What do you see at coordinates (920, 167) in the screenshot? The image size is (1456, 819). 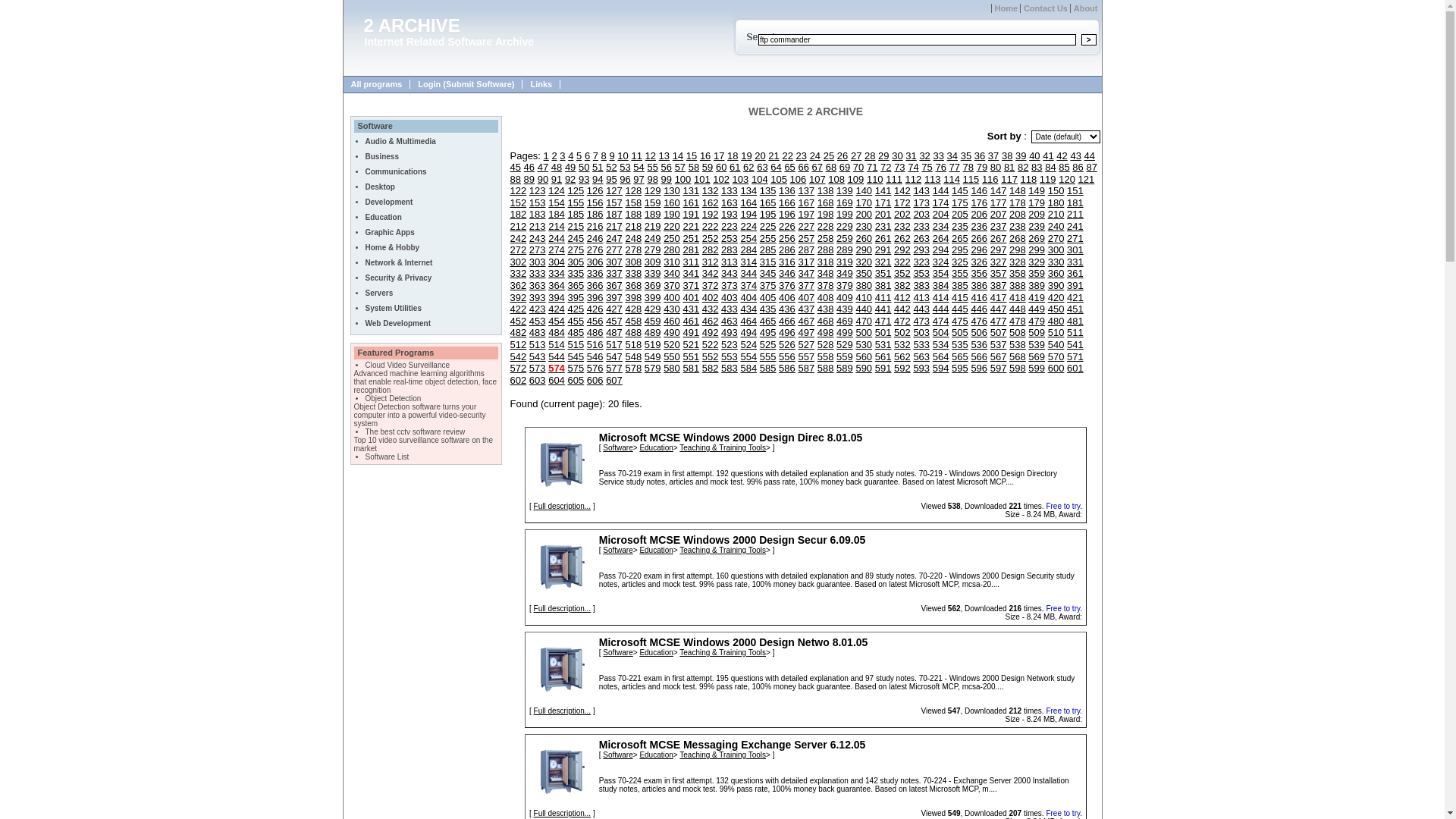 I see `'75'` at bounding box center [920, 167].